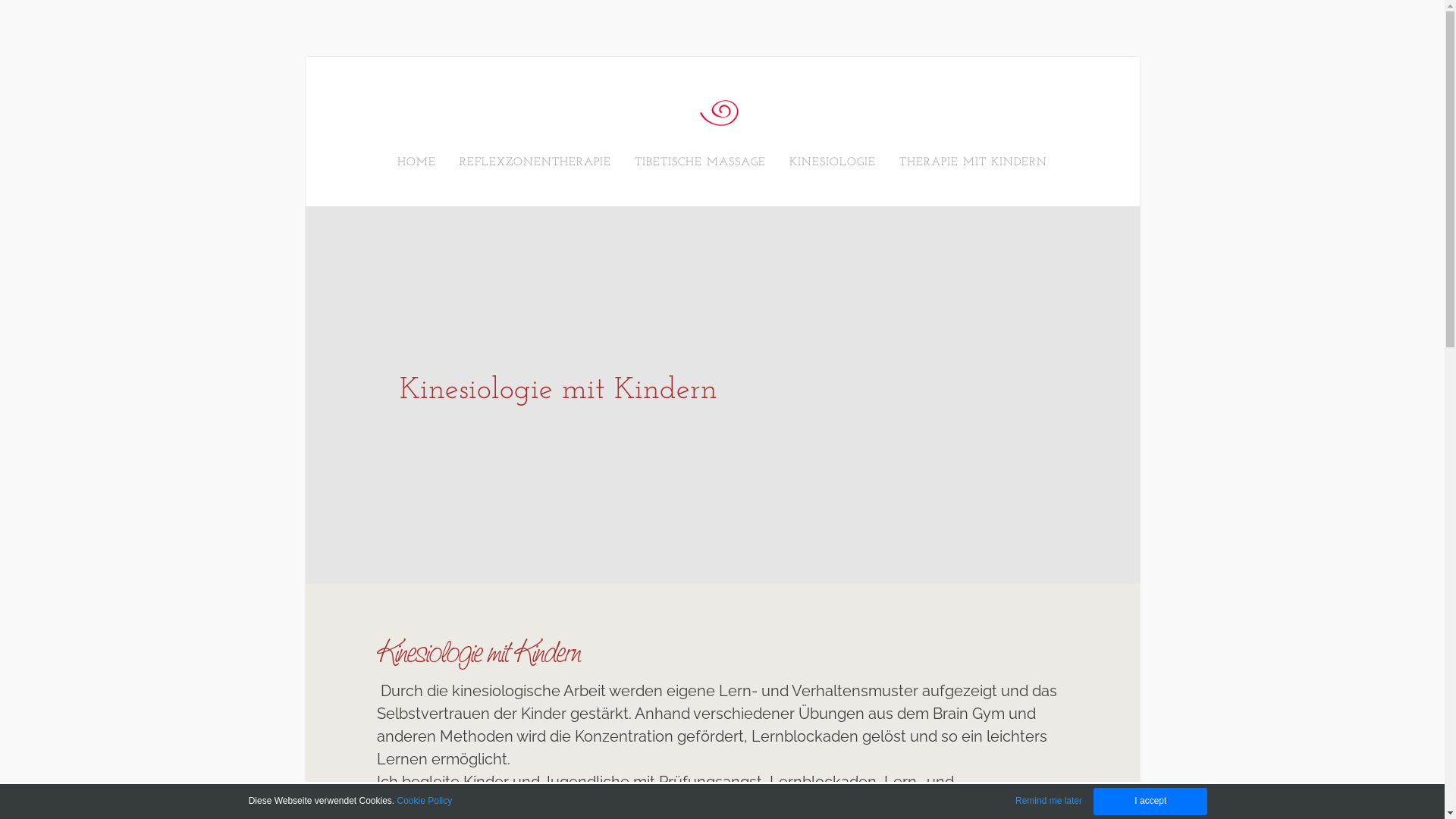 The height and width of the screenshot is (819, 1456). I want to click on 'KINESIOLOGIE', so click(832, 162).